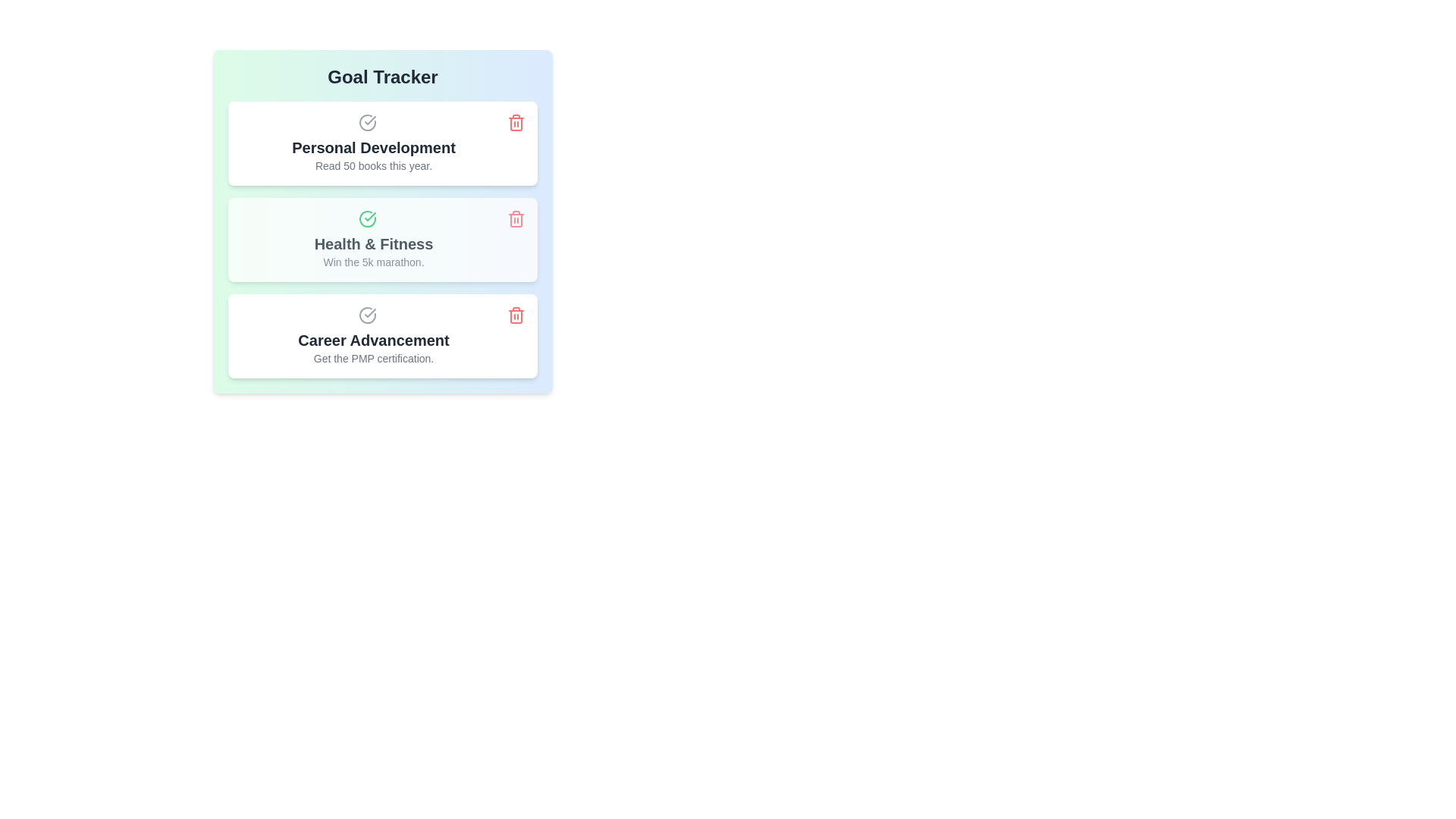 The width and height of the screenshot is (1456, 819). What do you see at coordinates (516, 315) in the screenshot?
I see `the delete button for the goal titled 'Career Advancement'` at bounding box center [516, 315].